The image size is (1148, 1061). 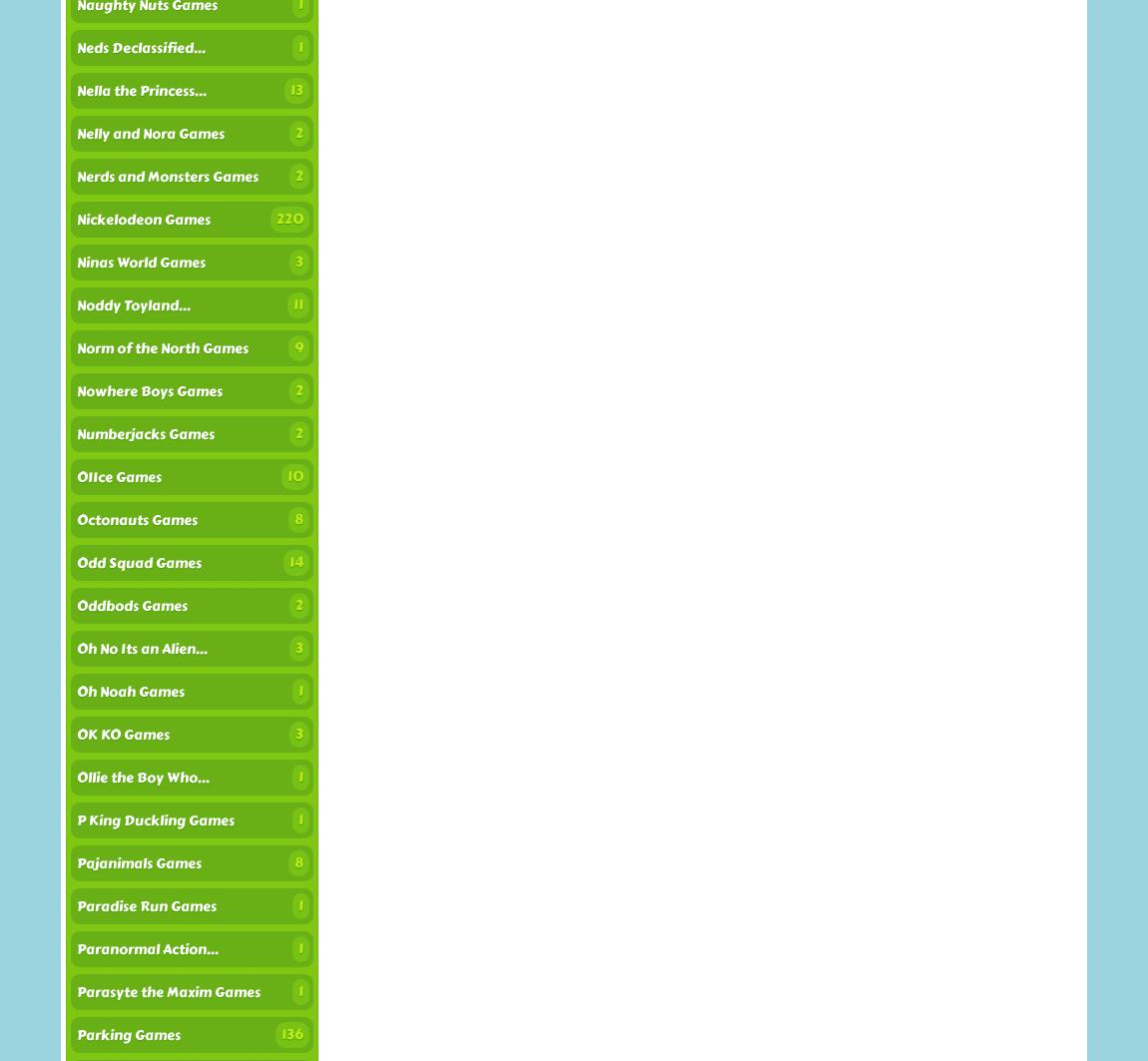 I want to click on 'Oh Noah Games', so click(x=129, y=691).